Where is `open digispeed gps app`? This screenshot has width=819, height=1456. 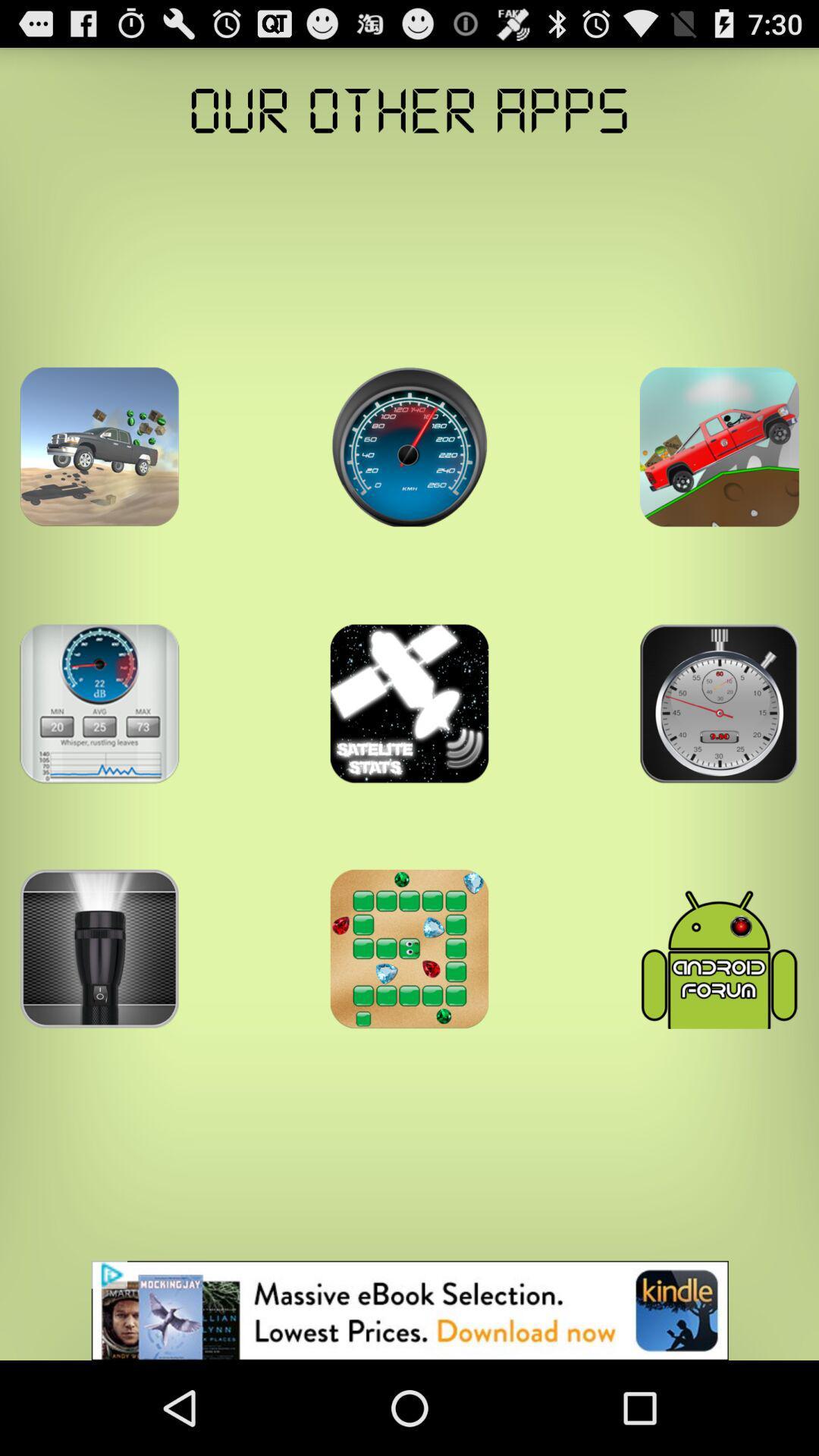 open digispeed gps app is located at coordinates (409, 446).